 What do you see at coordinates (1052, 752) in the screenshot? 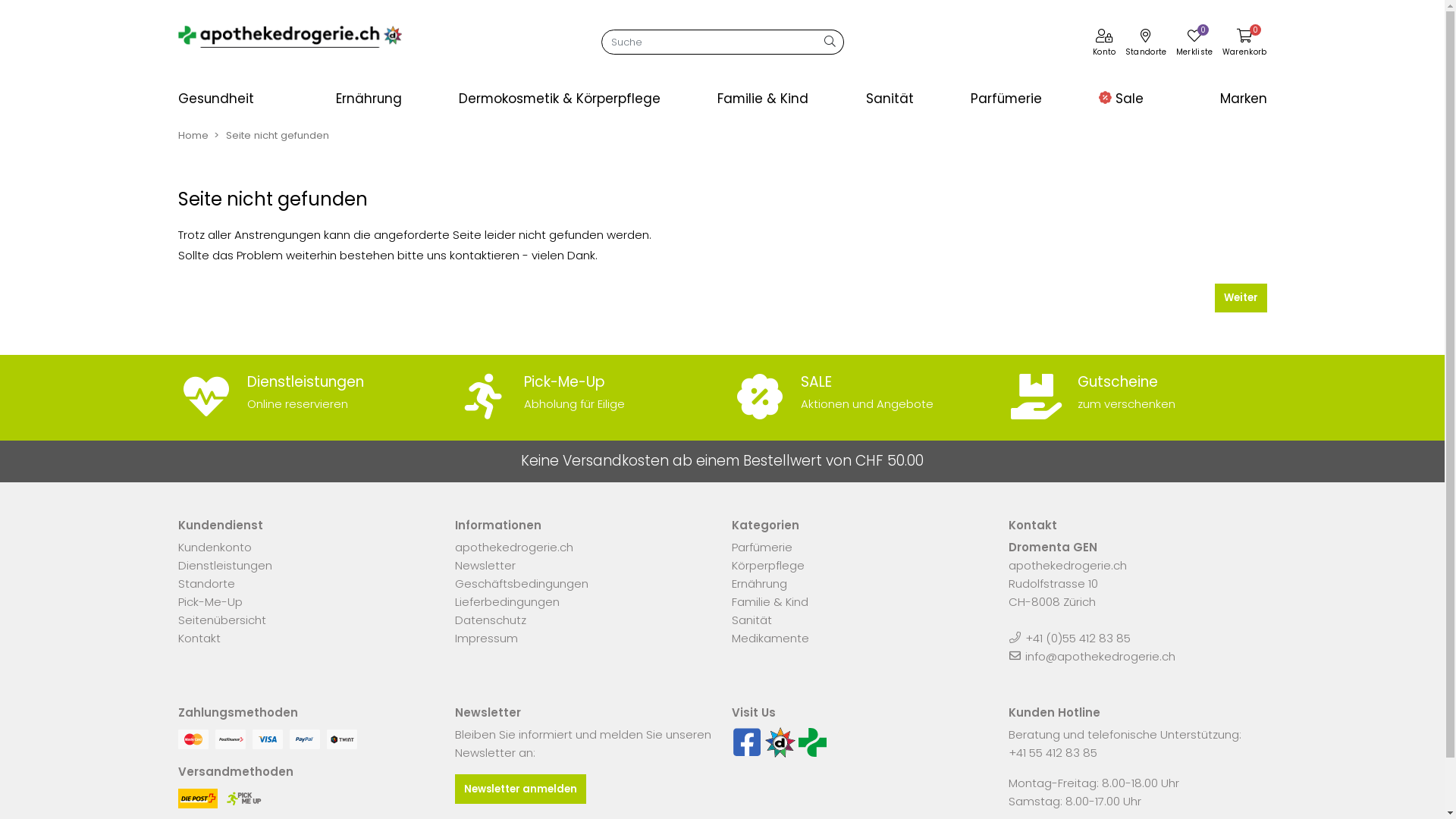
I see `'+41 55 412 83 85'` at bounding box center [1052, 752].